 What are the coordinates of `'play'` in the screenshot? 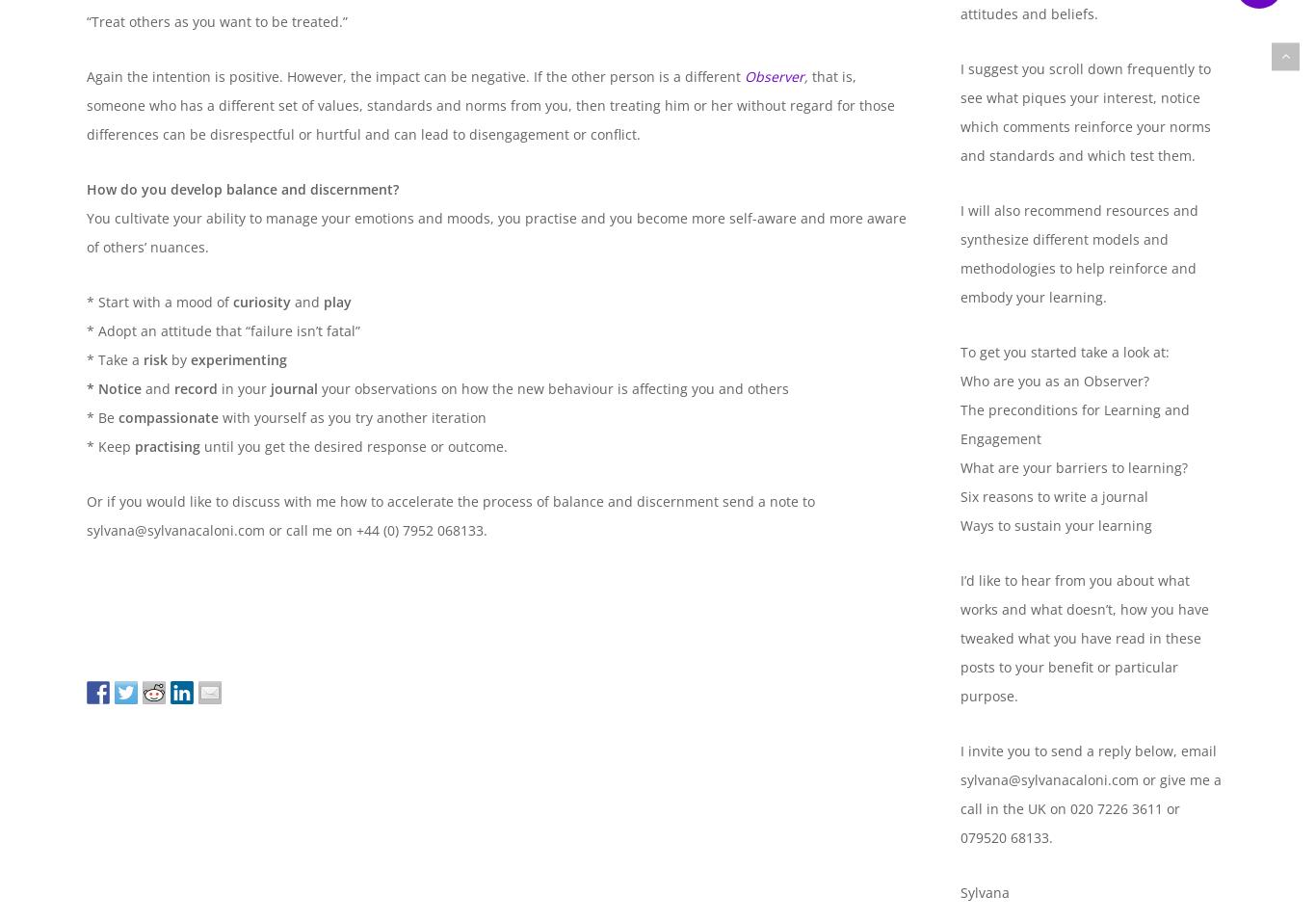 It's located at (334, 302).